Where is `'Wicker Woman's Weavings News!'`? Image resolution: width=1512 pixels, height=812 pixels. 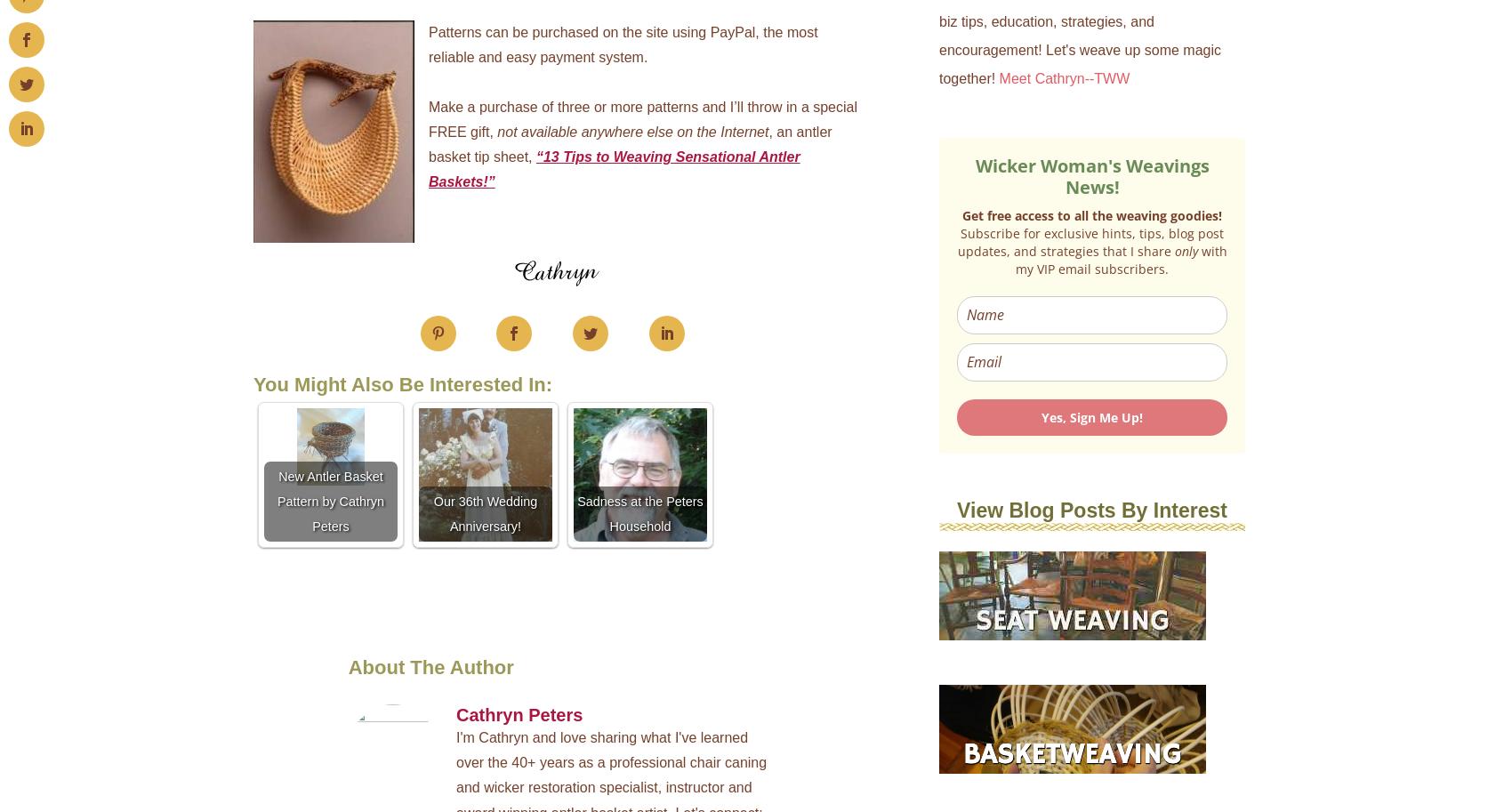 'Wicker Woman's Weavings News!' is located at coordinates (1090, 175).